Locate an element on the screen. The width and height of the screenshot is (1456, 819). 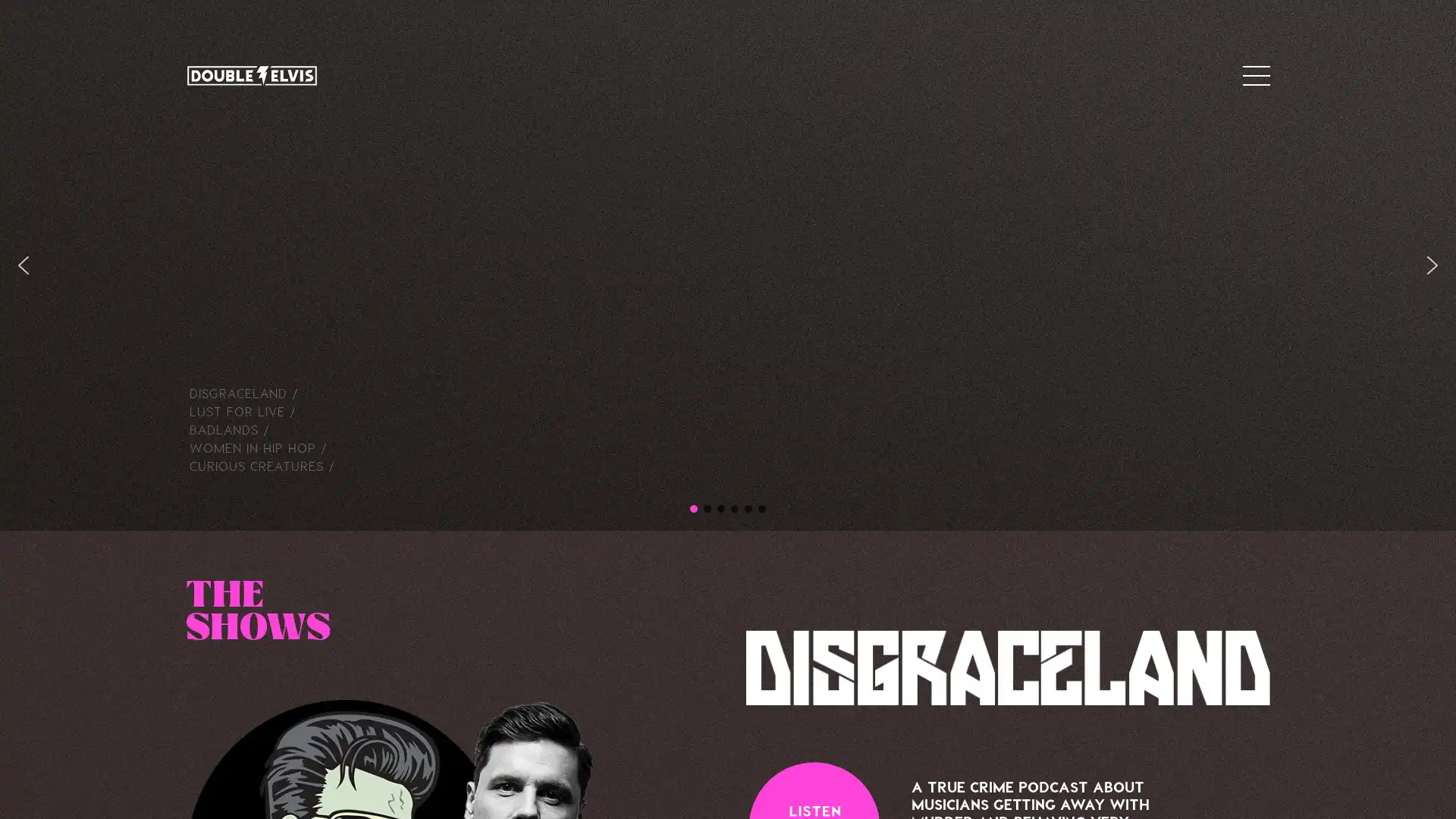
SUBSCRIBE is located at coordinates (728, 522).